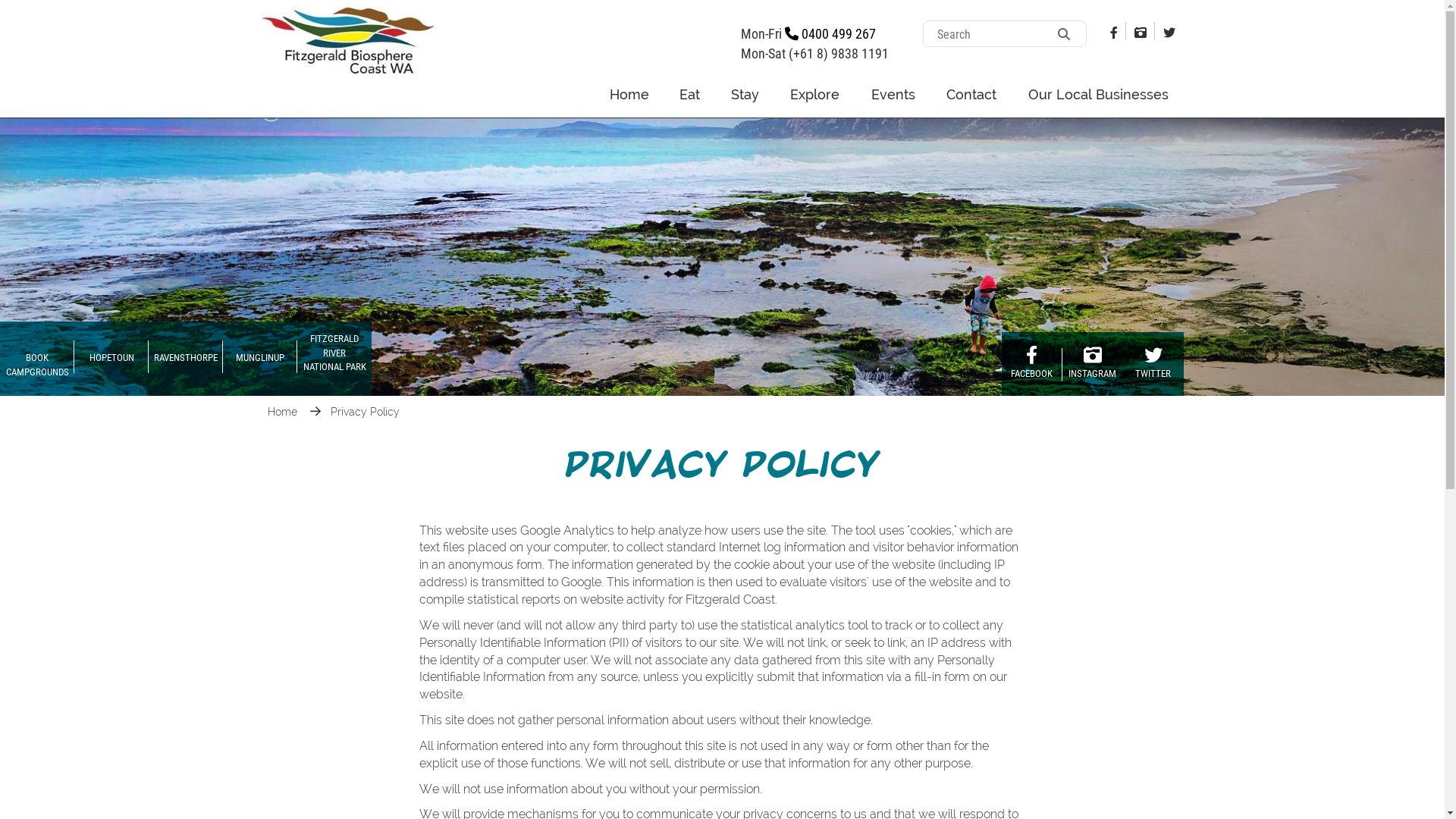 This screenshot has width=1456, height=819. Describe the element at coordinates (1122, 363) in the screenshot. I see `'TWITTER'` at that location.